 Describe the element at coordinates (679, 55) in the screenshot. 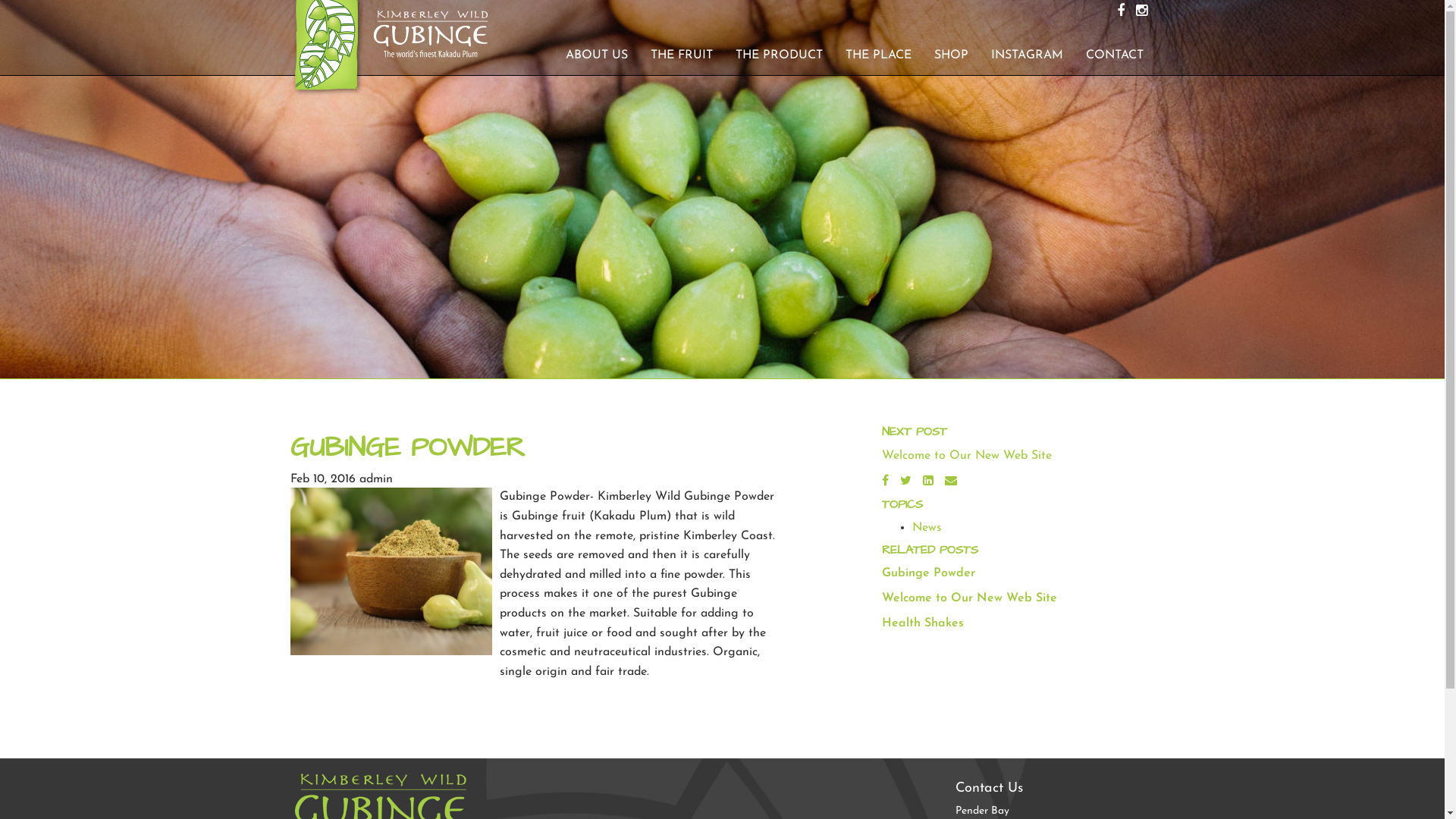

I see `'THE FRUIT'` at that location.